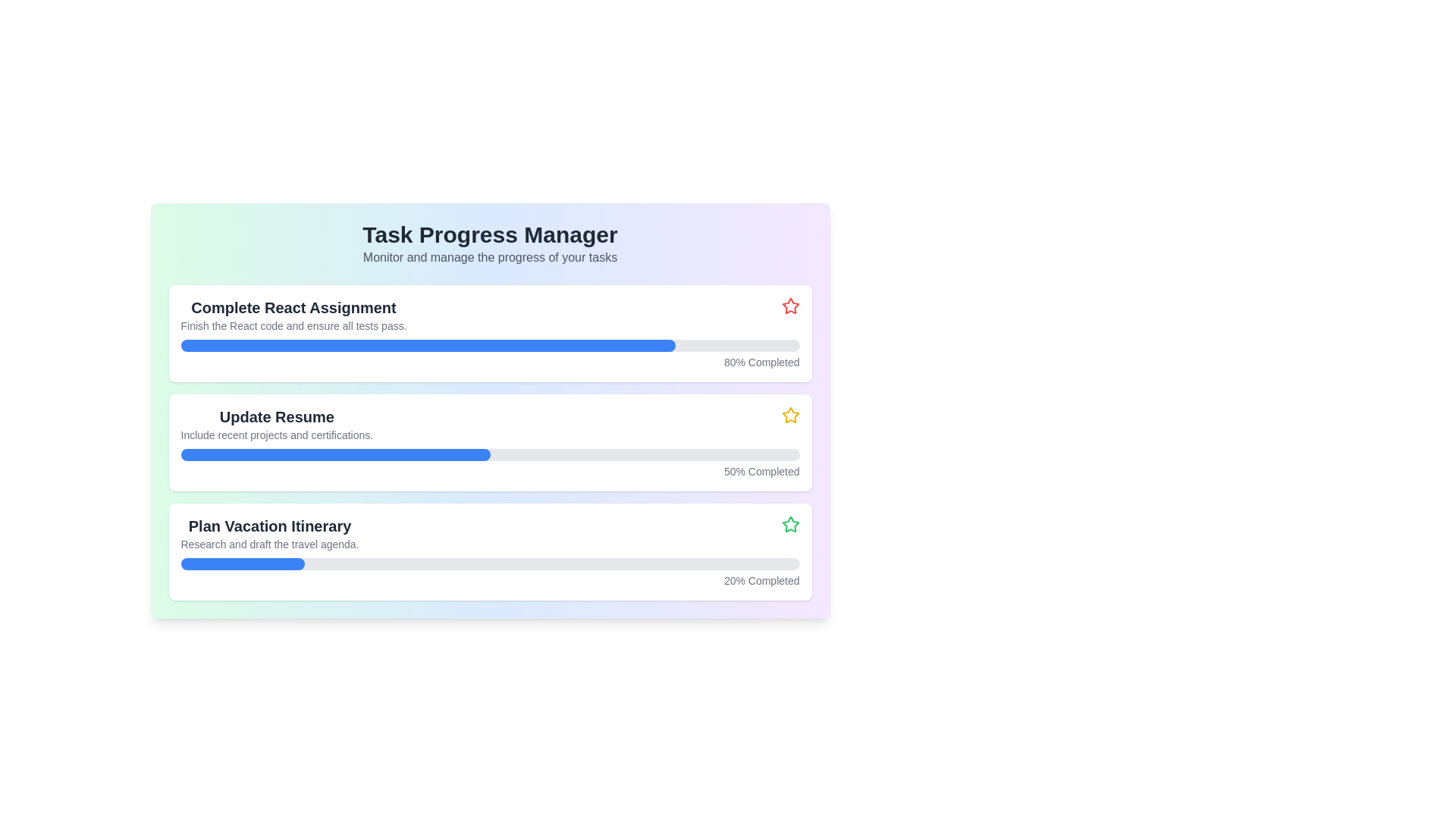 Image resolution: width=1456 pixels, height=819 pixels. I want to click on the task item titled 'Plan Vacation Itinerary' with a description 'Research and draft the travel agenda', so click(490, 533).